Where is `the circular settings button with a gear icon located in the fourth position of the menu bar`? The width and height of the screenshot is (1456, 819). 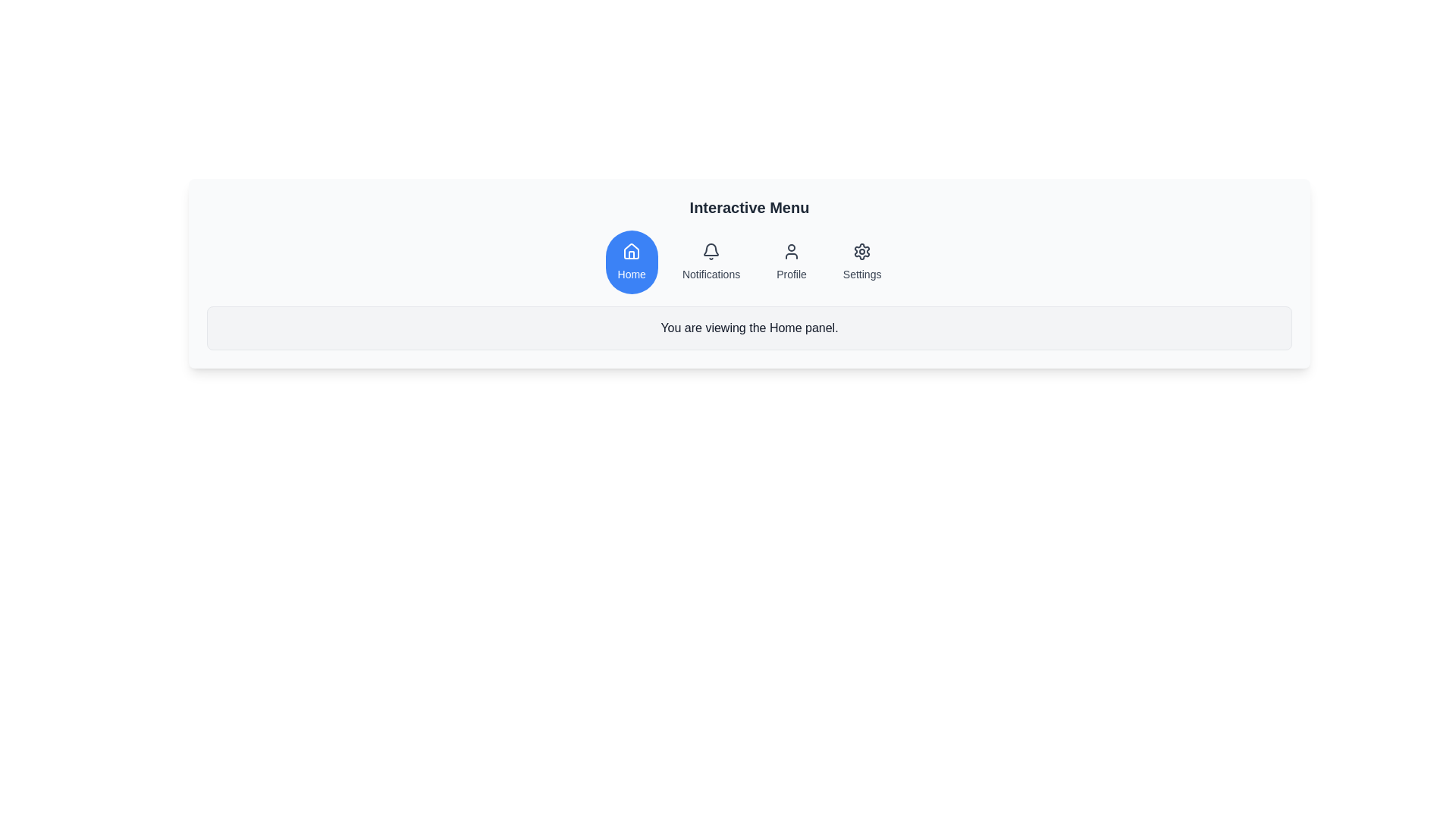
the circular settings button with a gear icon located in the fourth position of the menu bar is located at coordinates (862, 262).